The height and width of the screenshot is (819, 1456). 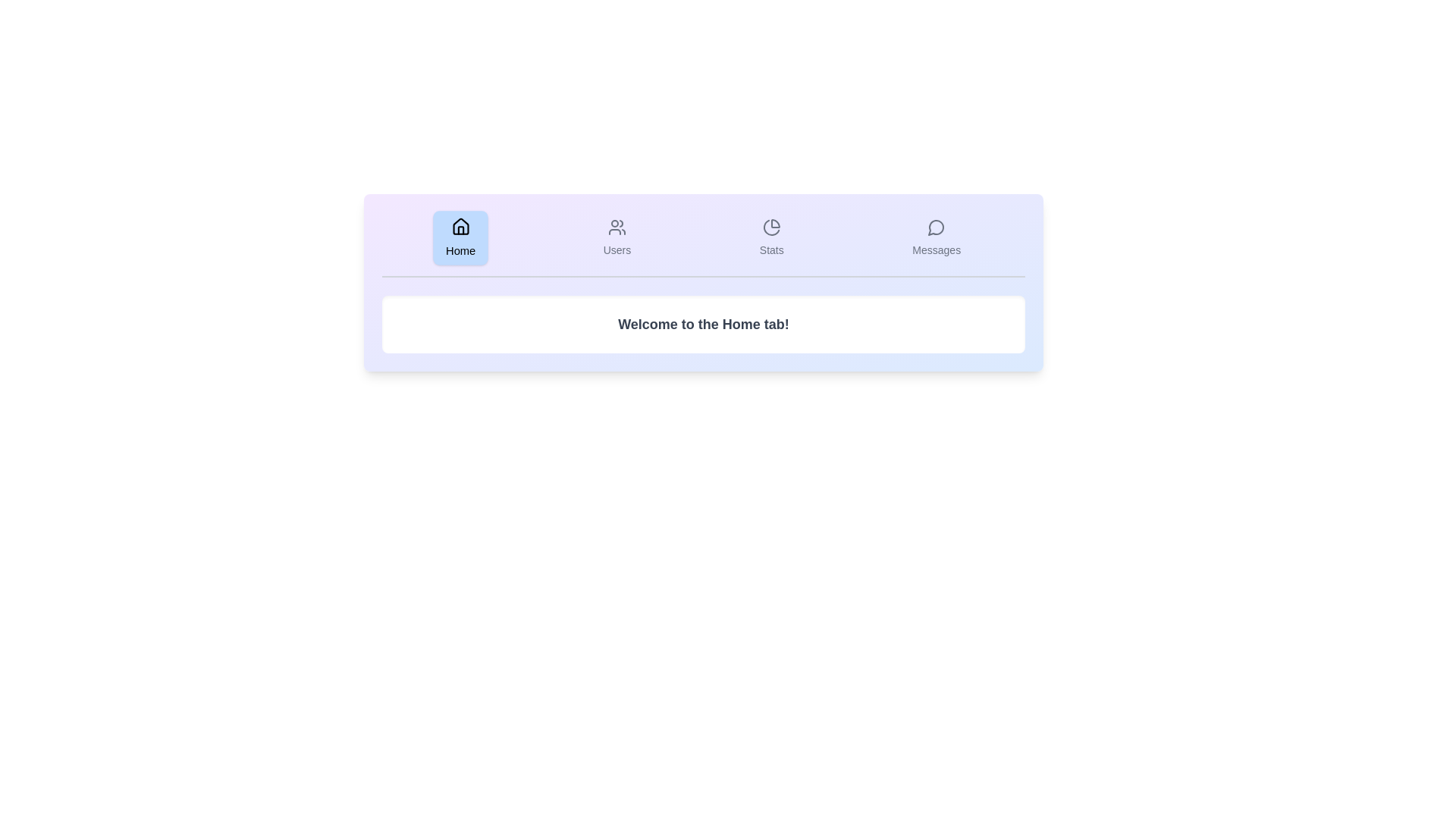 What do you see at coordinates (617, 237) in the screenshot?
I see `the view corresponding to the tab Users` at bounding box center [617, 237].